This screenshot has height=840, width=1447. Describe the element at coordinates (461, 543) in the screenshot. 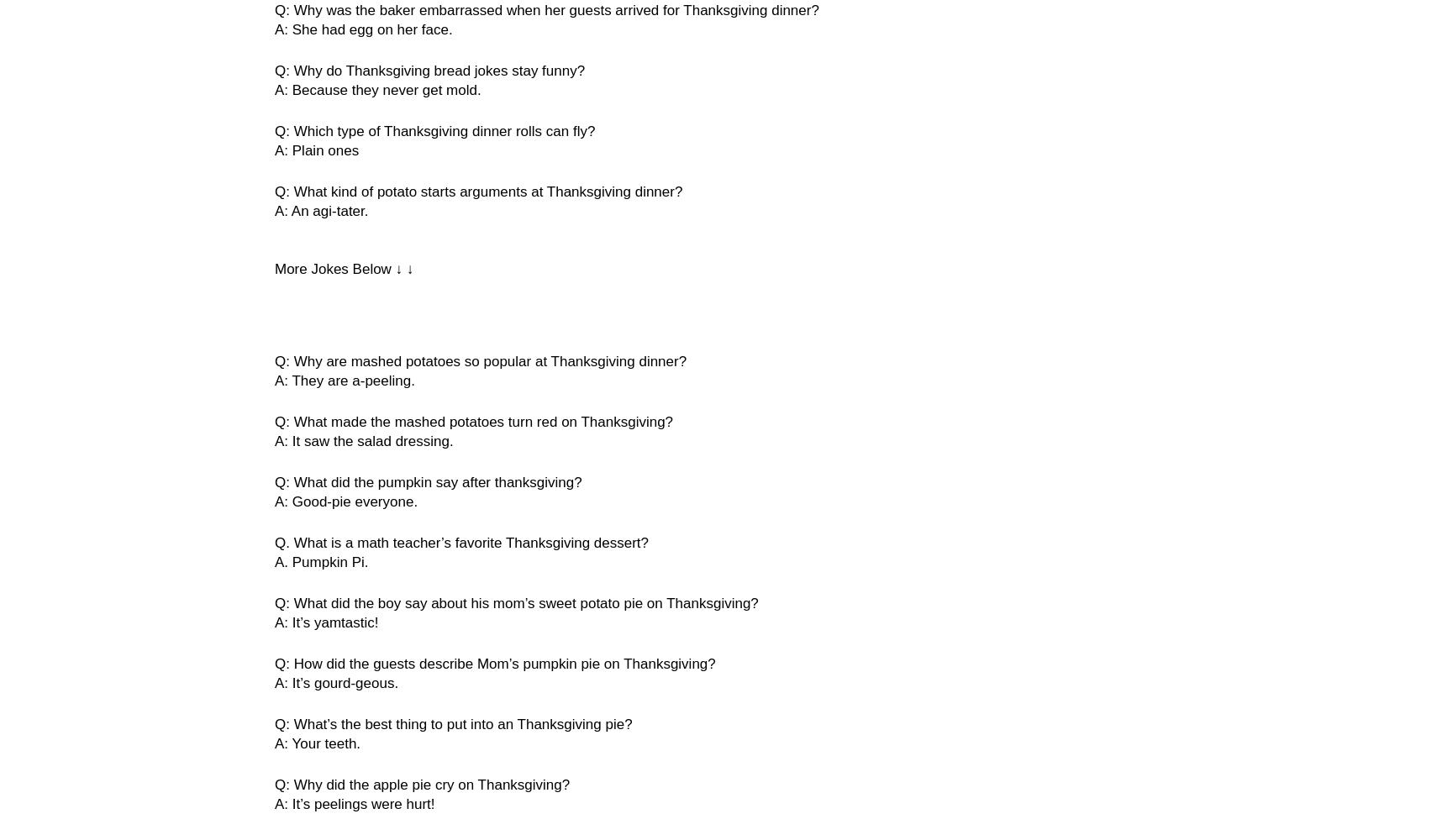

I see `'Q. What is a math teacher’s favorite Thanksgiving dessert?'` at that location.